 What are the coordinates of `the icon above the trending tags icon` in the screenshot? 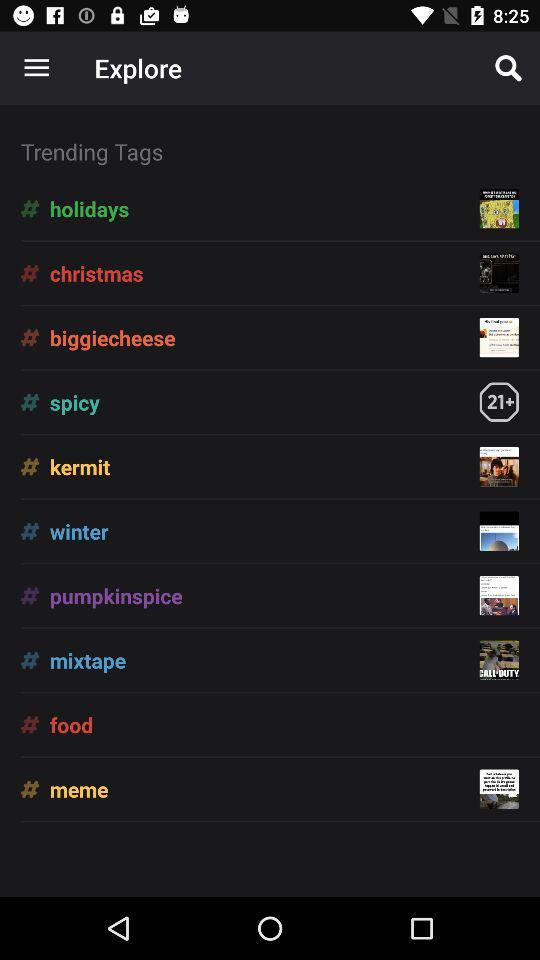 It's located at (36, 68).